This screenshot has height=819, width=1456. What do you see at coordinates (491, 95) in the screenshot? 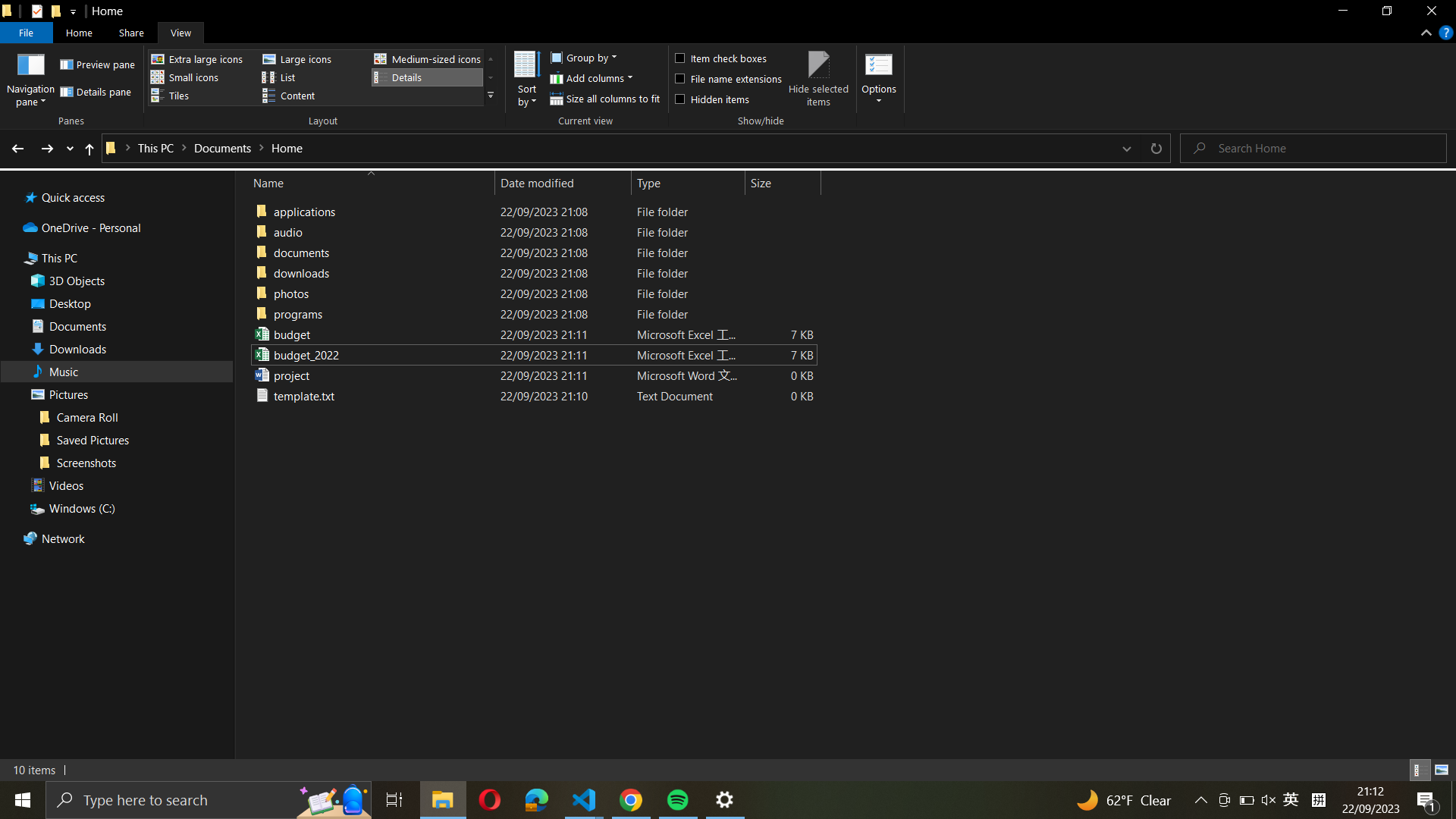
I see `the "more_layouts" menu` at bounding box center [491, 95].